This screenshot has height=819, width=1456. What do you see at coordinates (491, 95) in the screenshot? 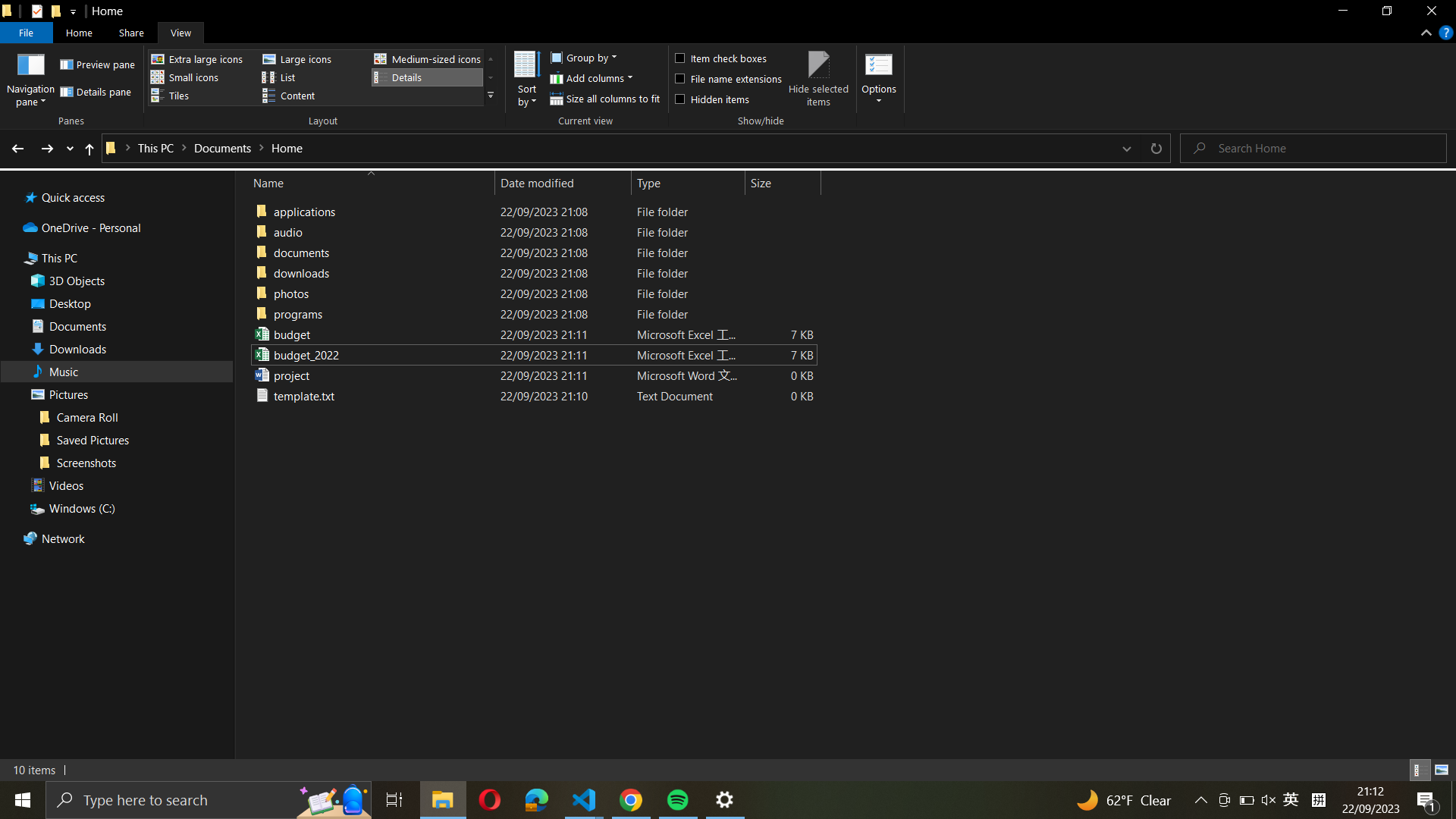
I see `the "more_layouts" menu` at bounding box center [491, 95].